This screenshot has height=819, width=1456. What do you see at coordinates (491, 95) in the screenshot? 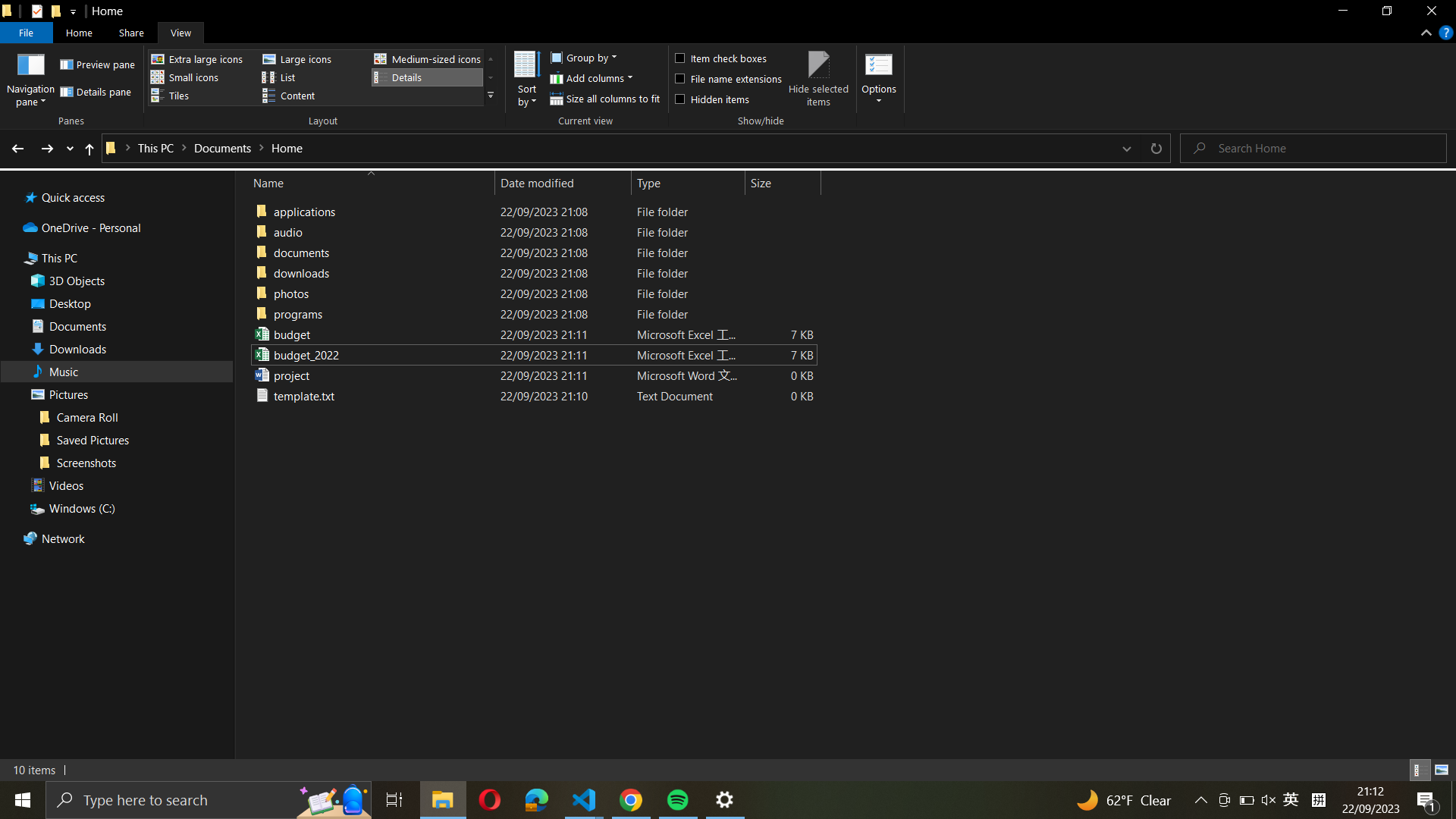
I see `the "more_layouts" menu` at bounding box center [491, 95].